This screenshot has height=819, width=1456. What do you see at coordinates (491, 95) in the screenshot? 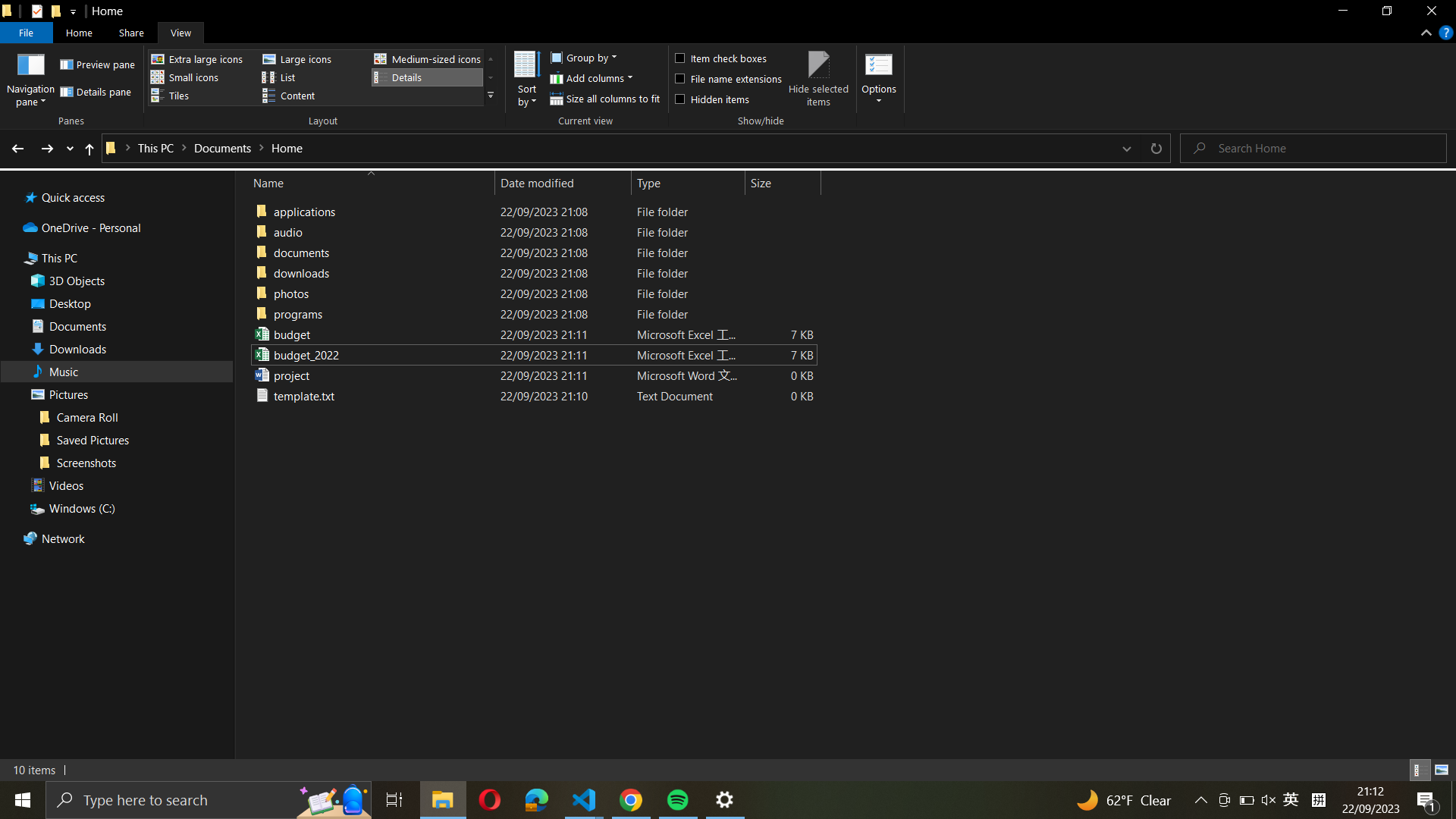
I see `the "more_layouts" menu` at bounding box center [491, 95].